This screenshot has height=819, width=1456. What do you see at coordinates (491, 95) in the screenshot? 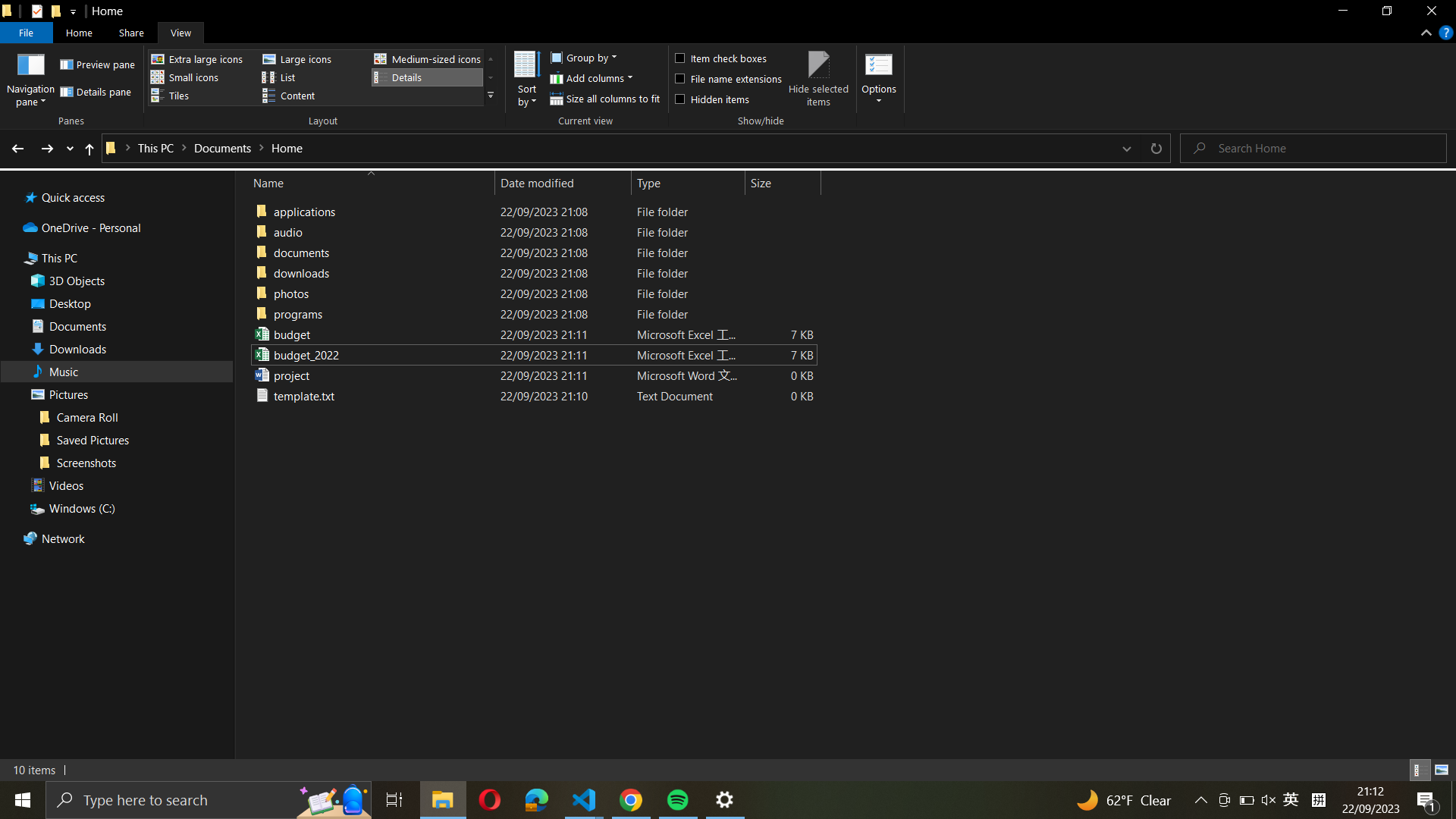
I see `the "more_layouts" menu` at bounding box center [491, 95].